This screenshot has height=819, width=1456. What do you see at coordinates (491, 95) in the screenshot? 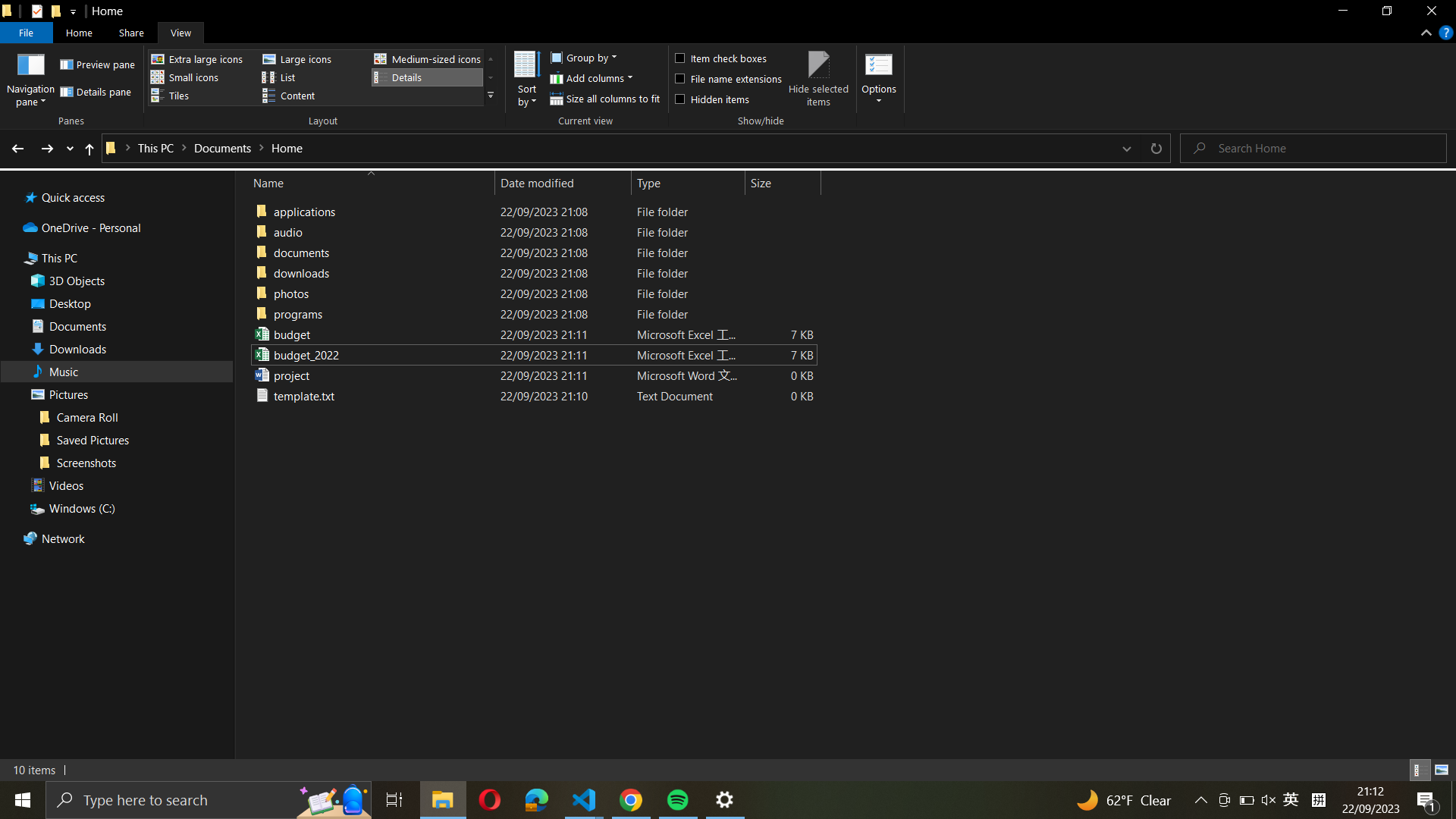
I see `the "more_layouts" menu` at bounding box center [491, 95].